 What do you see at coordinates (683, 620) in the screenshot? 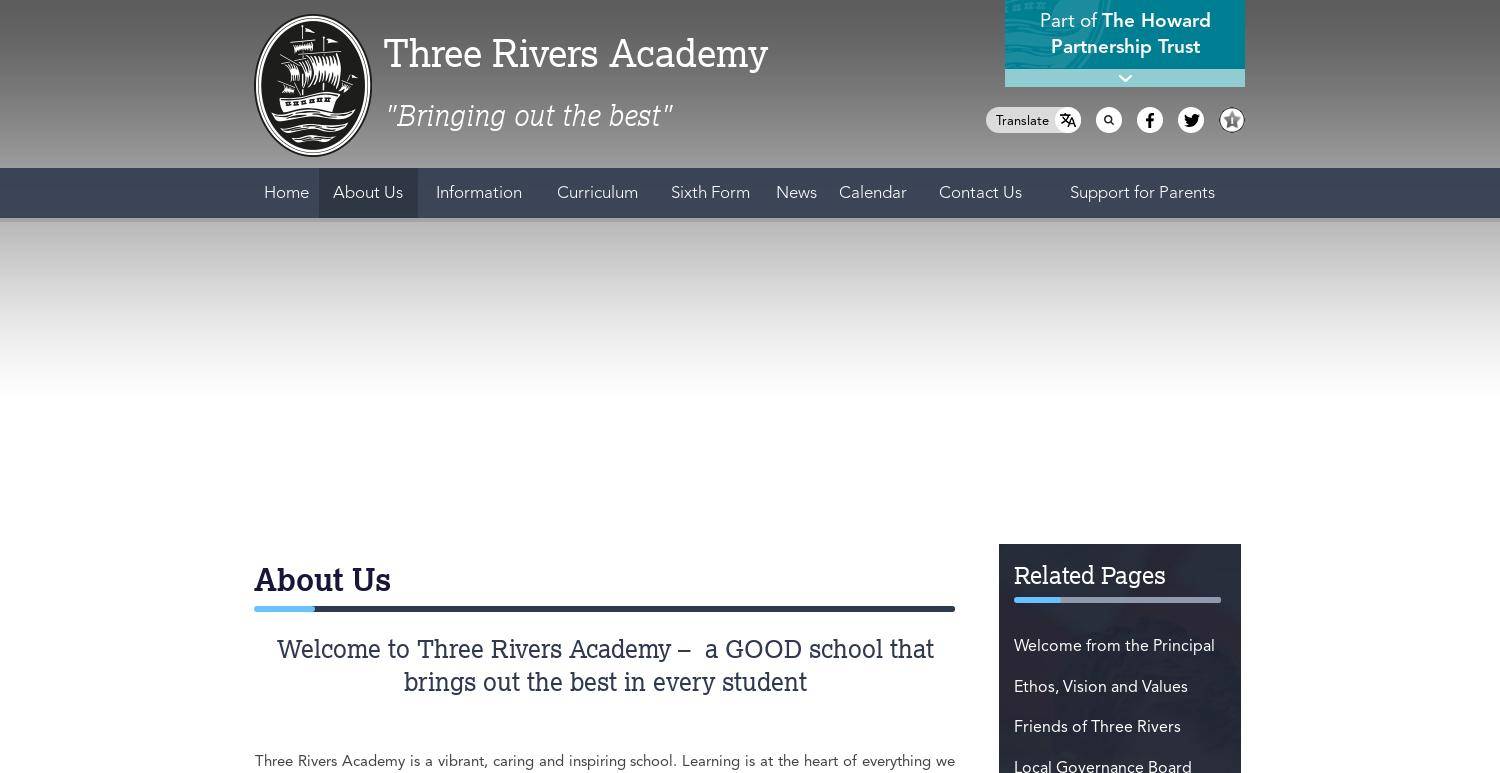
I see `'All Dates'` at bounding box center [683, 620].